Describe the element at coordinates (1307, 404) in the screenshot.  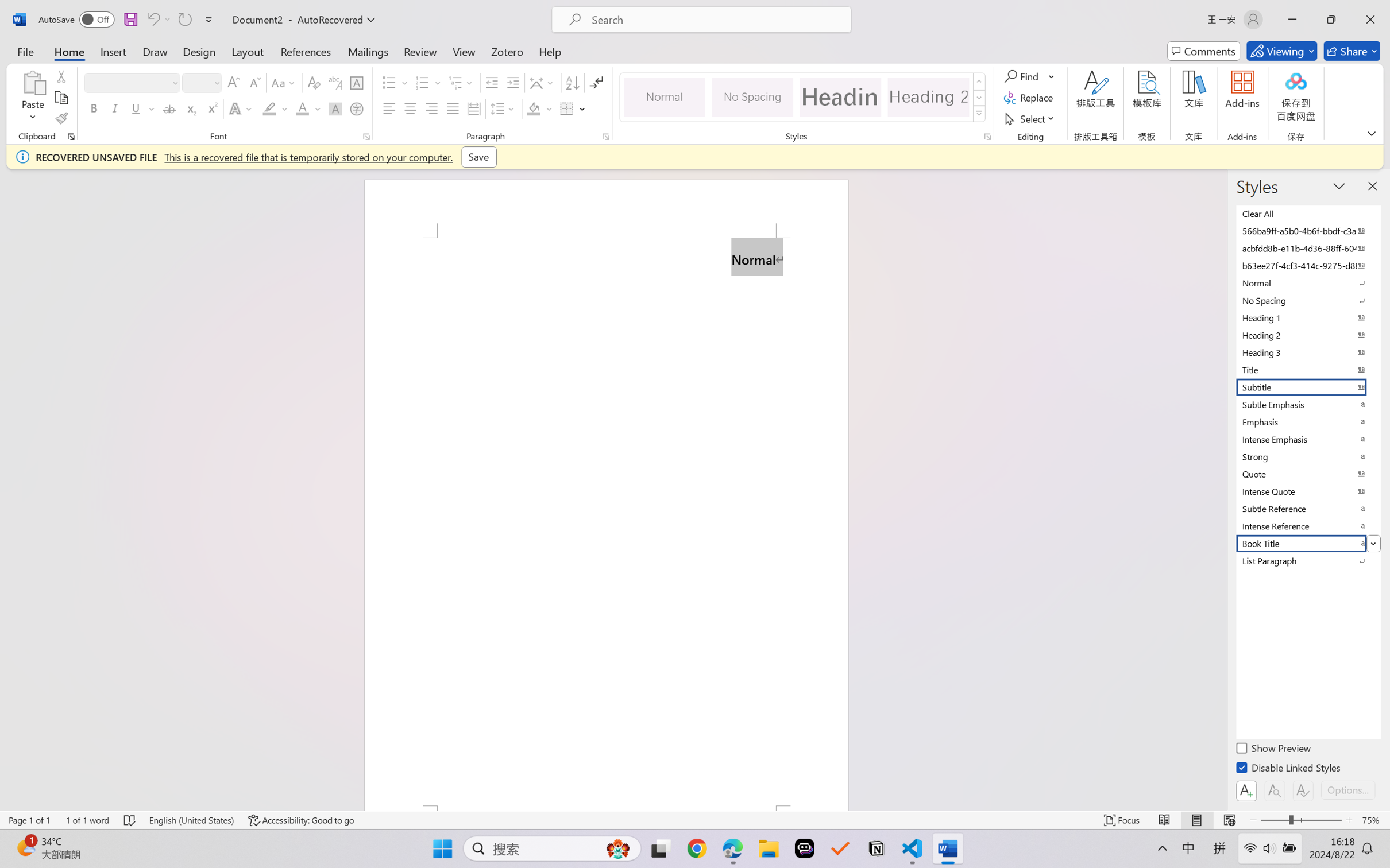
I see `'Subtle Emphasis'` at that location.